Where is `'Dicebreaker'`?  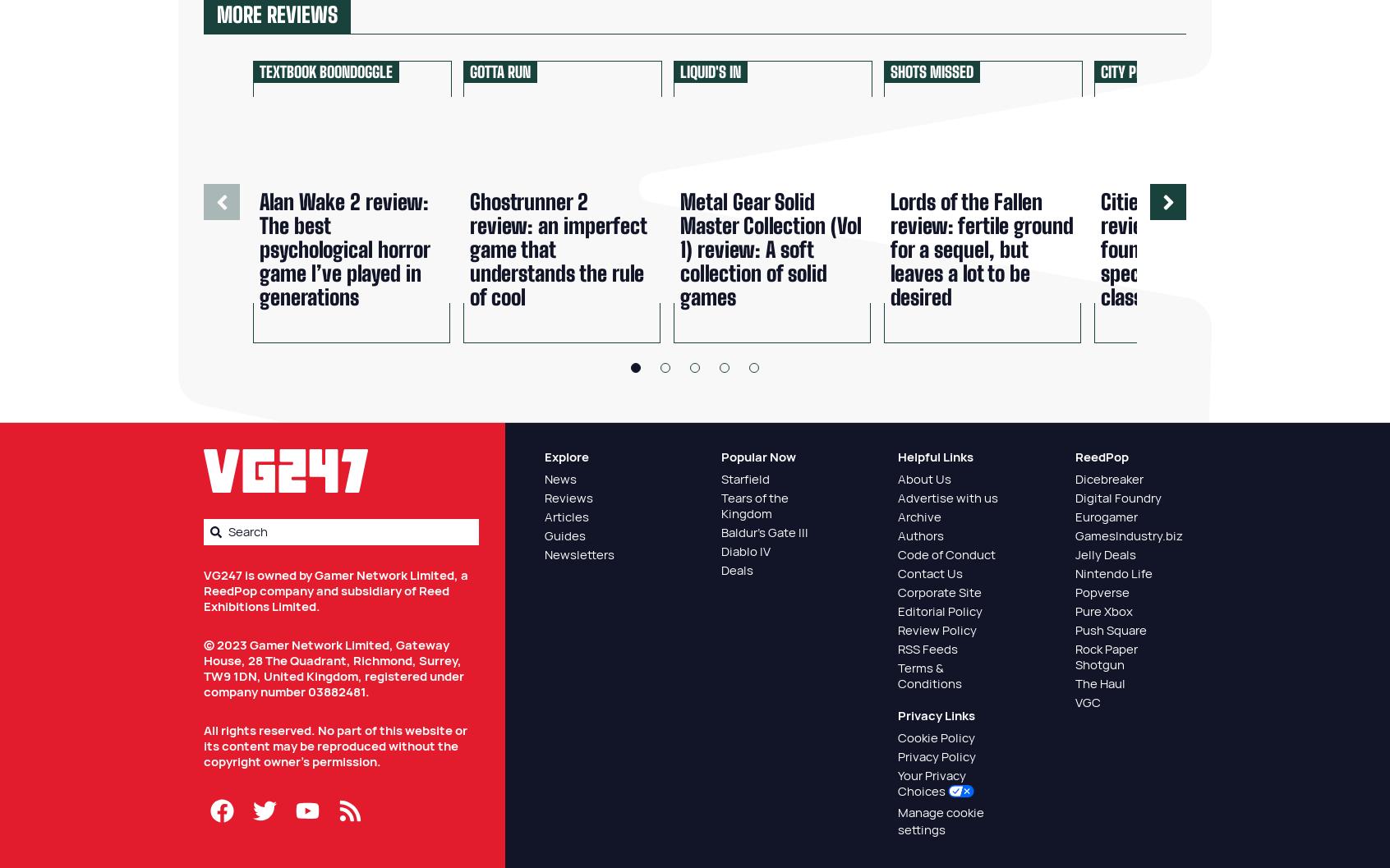
'Dicebreaker' is located at coordinates (1108, 478).